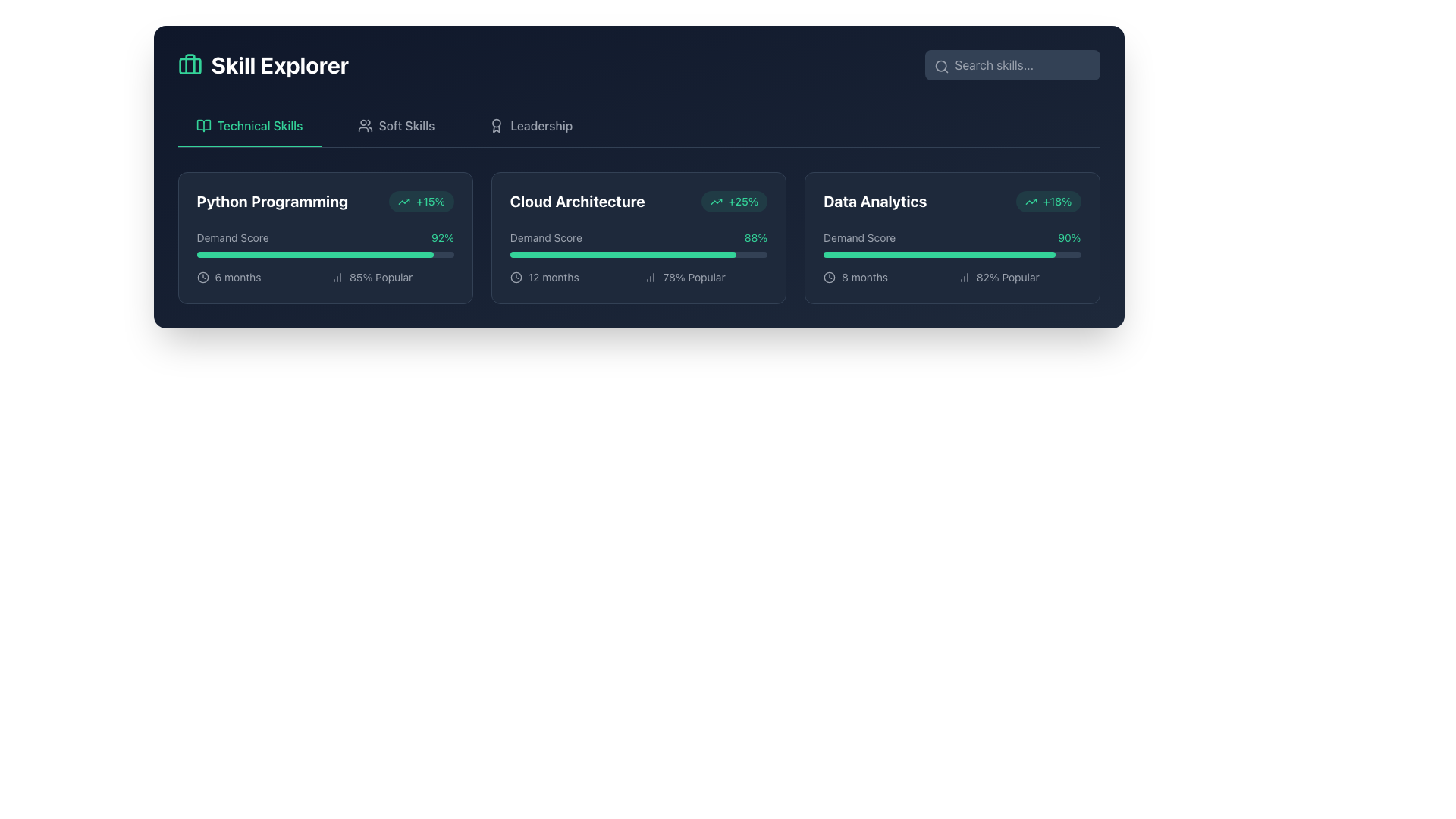 Image resolution: width=1456 pixels, height=819 pixels. Describe the element at coordinates (249, 146) in the screenshot. I see `the thin emerald green decorative bar located at the bottom of the 'Technical Skills' tab in the top navigation bar` at that location.